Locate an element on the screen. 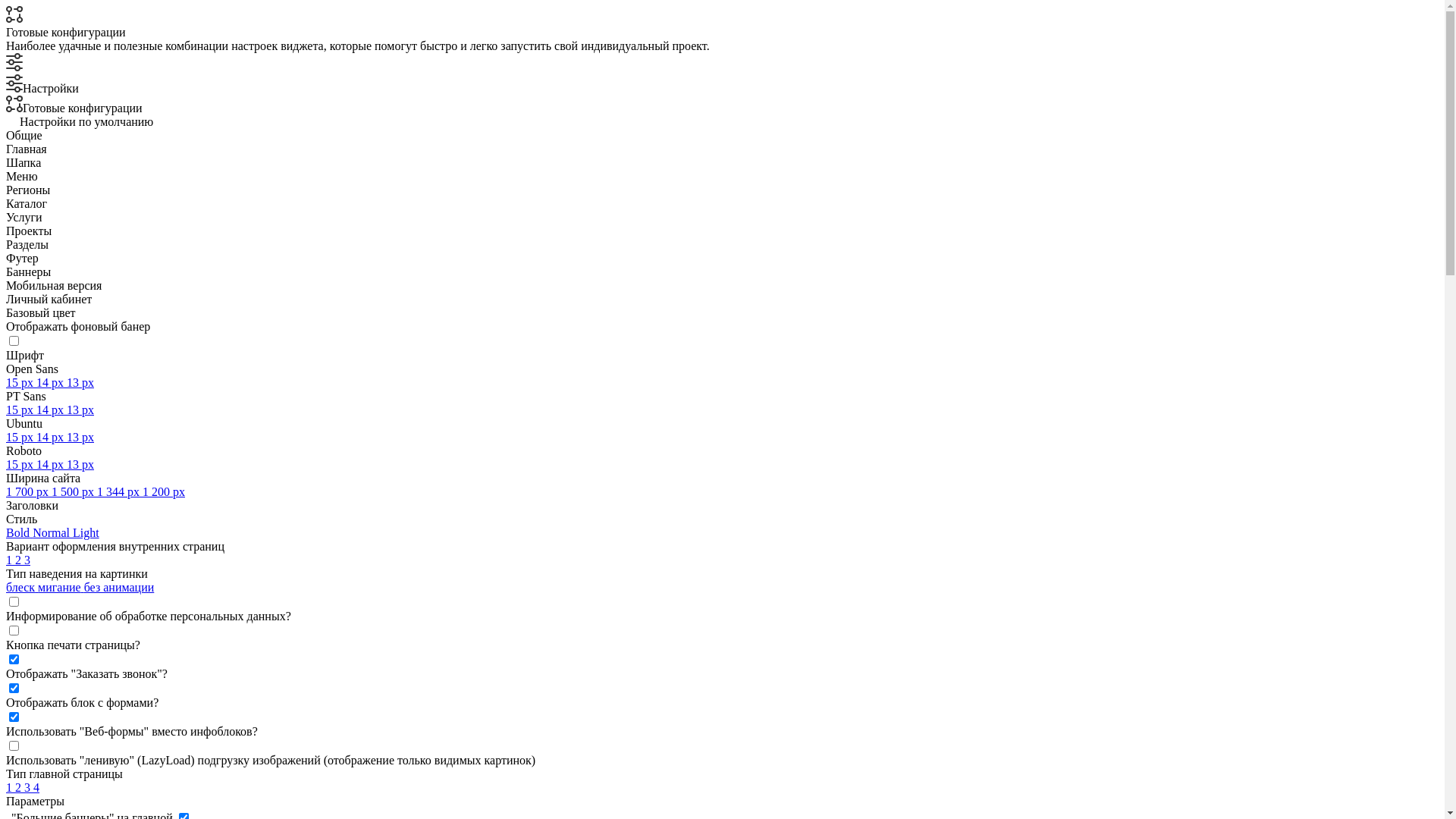 The width and height of the screenshot is (1456, 819). 'Bold' is located at coordinates (19, 532).